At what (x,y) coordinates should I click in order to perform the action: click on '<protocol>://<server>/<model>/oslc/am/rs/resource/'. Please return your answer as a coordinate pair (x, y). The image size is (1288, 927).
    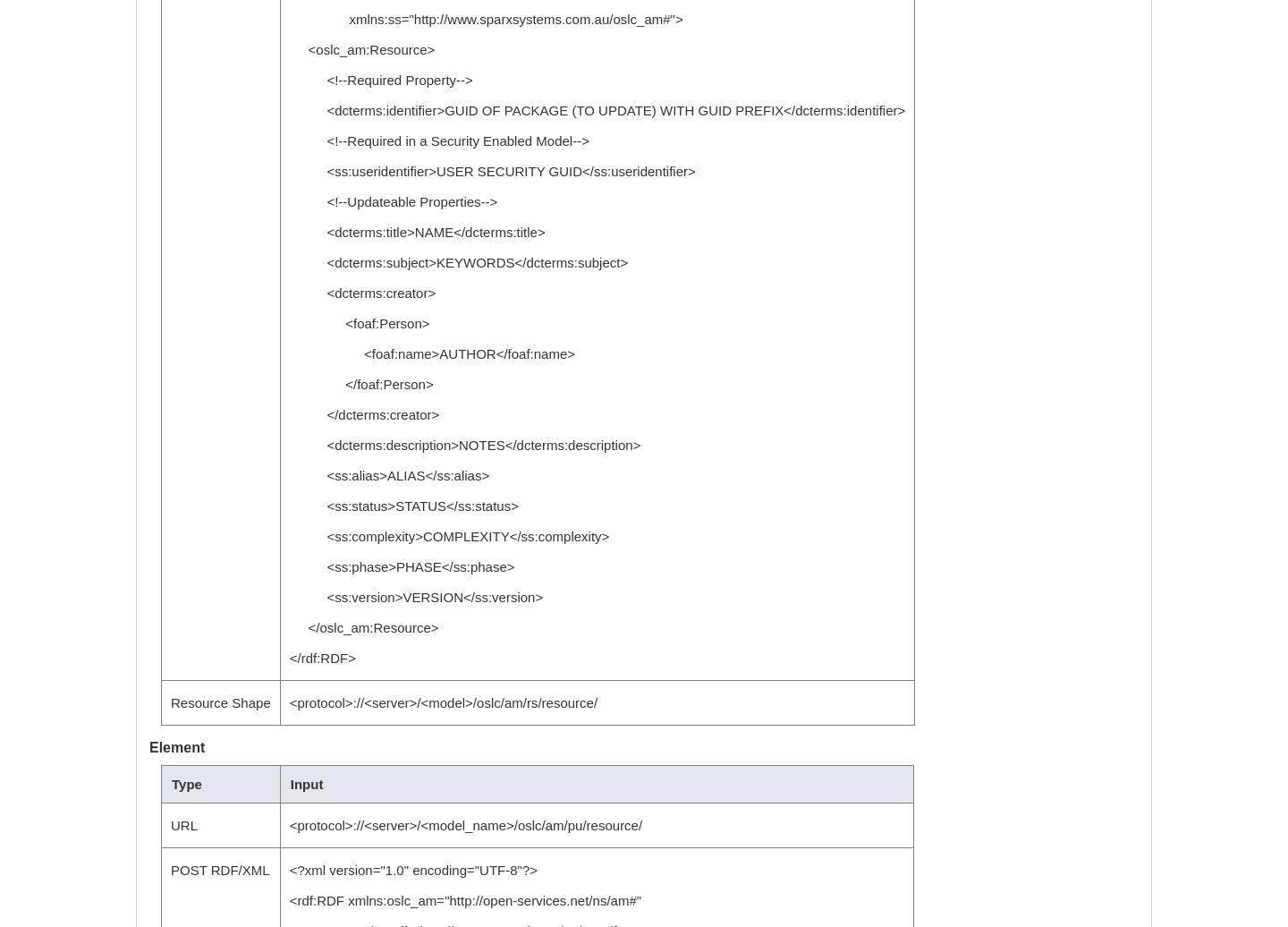
    Looking at the image, I should click on (442, 702).